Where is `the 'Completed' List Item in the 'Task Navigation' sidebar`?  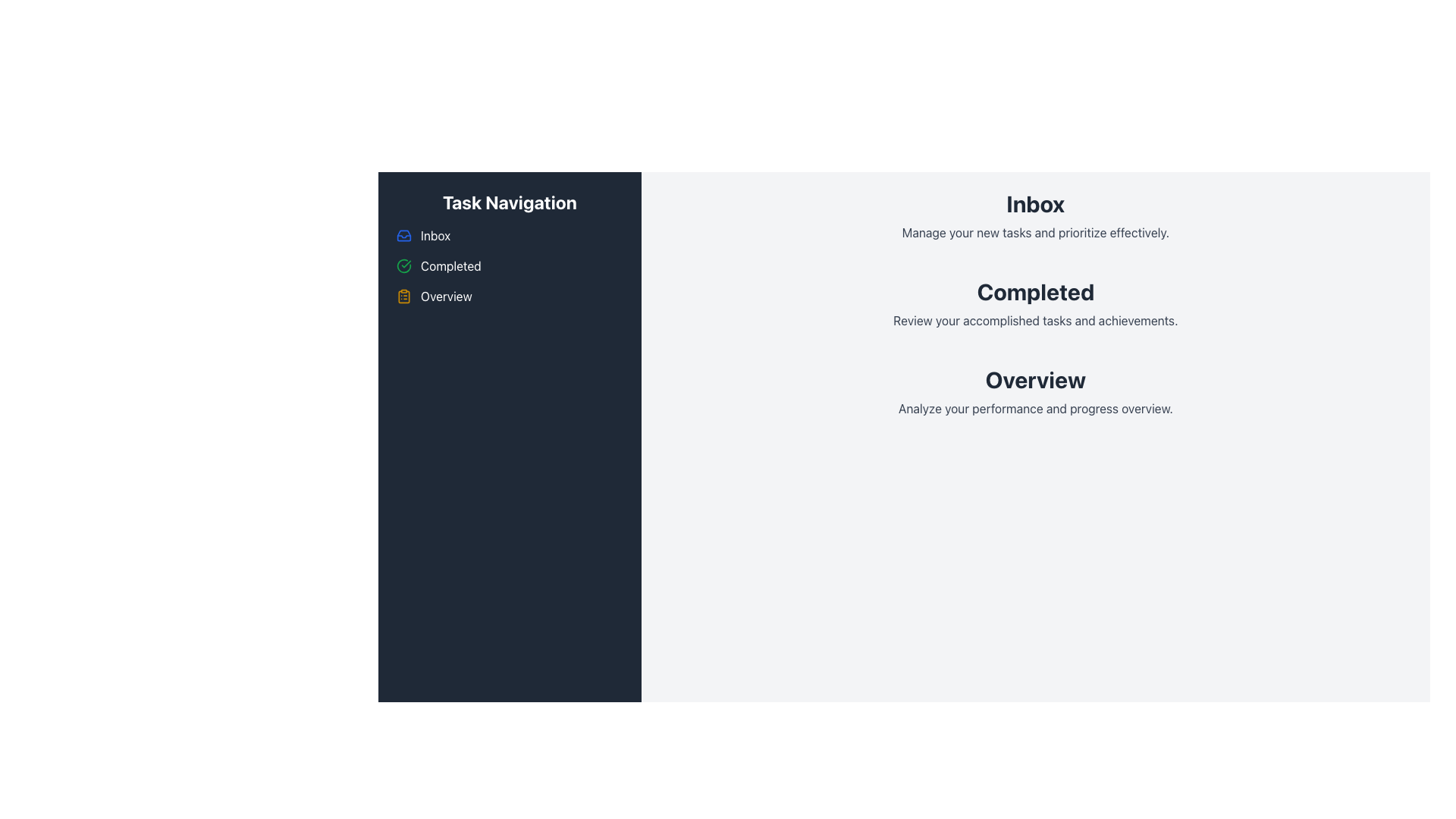 the 'Completed' List Item in the 'Task Navigation' sidebar is located at coordinates (510, 265).